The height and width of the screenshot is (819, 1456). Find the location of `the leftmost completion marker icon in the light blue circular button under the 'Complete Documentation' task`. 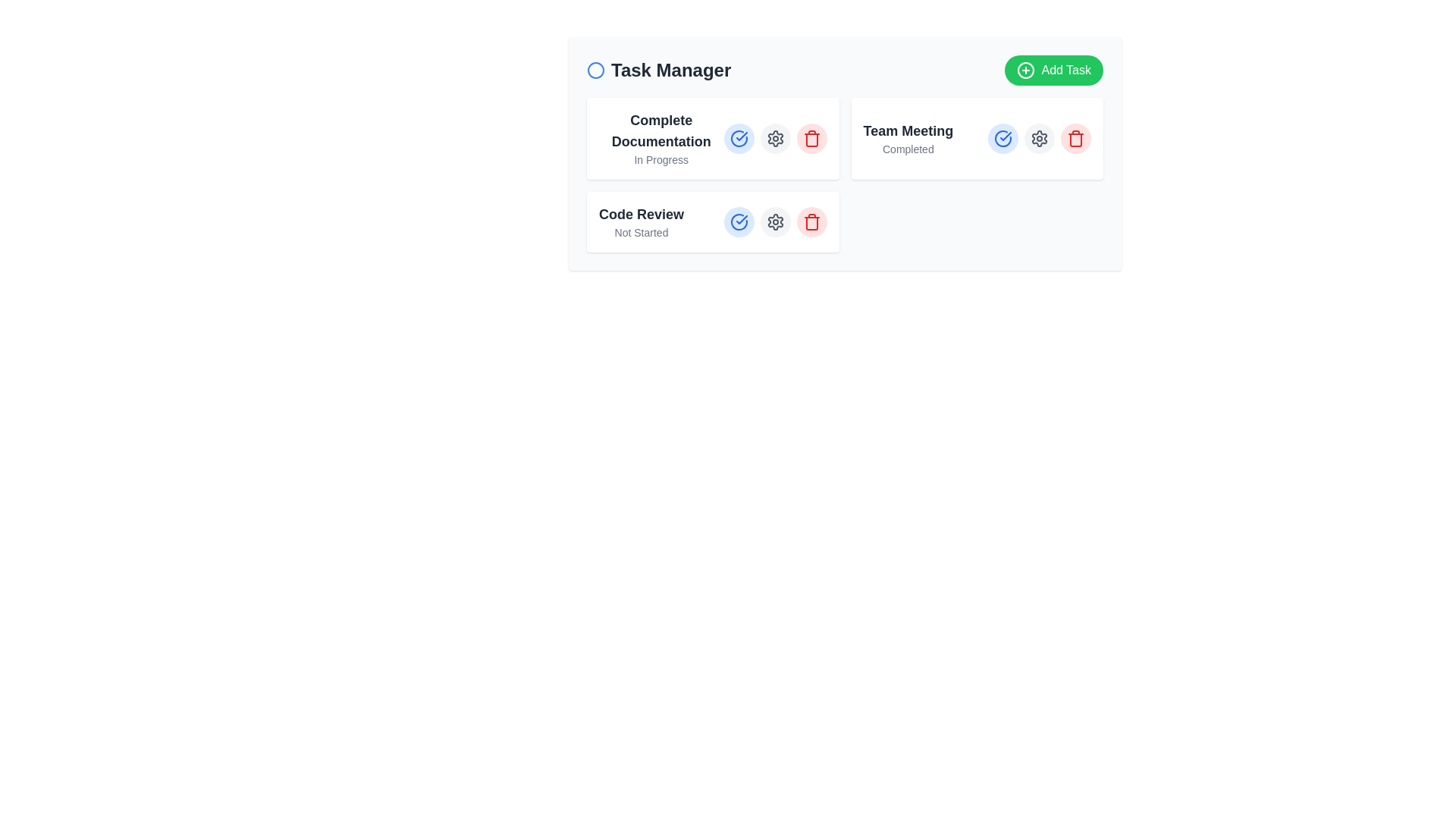

the leftmost completion marker icon in the light blue circular button under the 'Complete Documentation' task is located at coordinates (739, 138).